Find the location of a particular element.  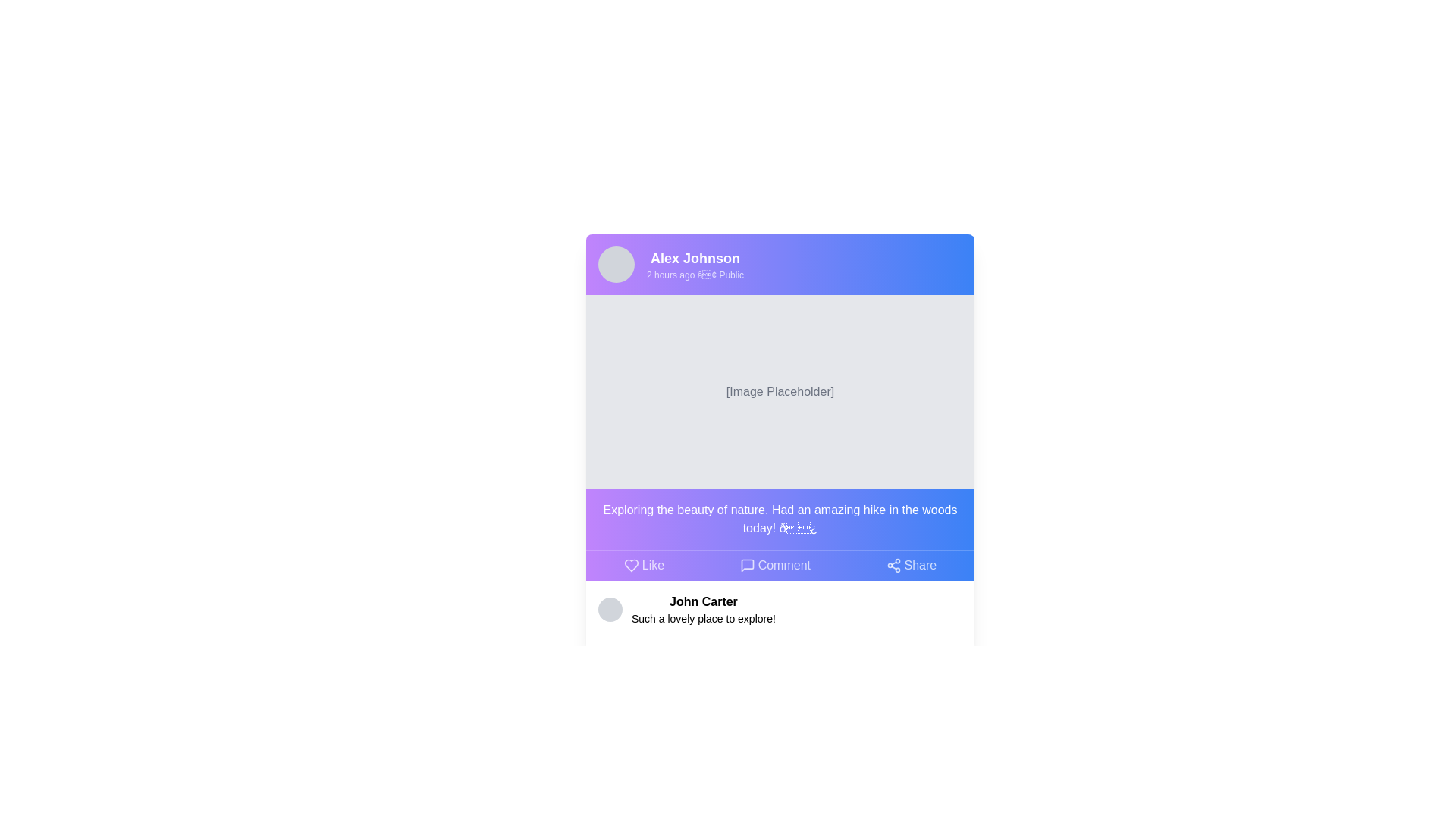

the comment icon located directly to the left of the word 'Comment' in the horizontal row of interactive options below a post is located at coordinates (747, 565).